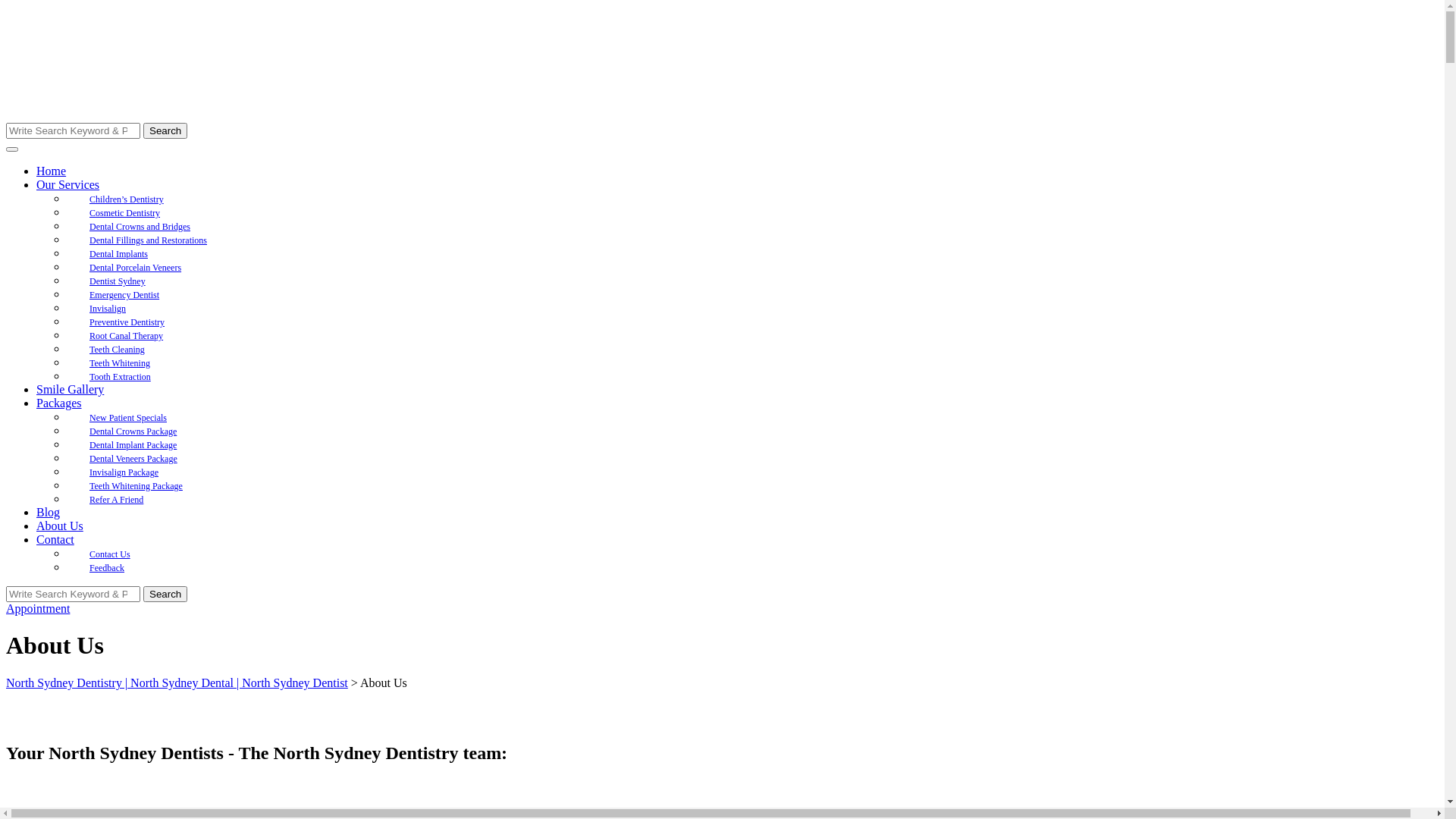 This screenshot has width=1456, height=819. Describe the element at coordinates (67, 184) in the screenshot. I see `'Our Services'` at that location.